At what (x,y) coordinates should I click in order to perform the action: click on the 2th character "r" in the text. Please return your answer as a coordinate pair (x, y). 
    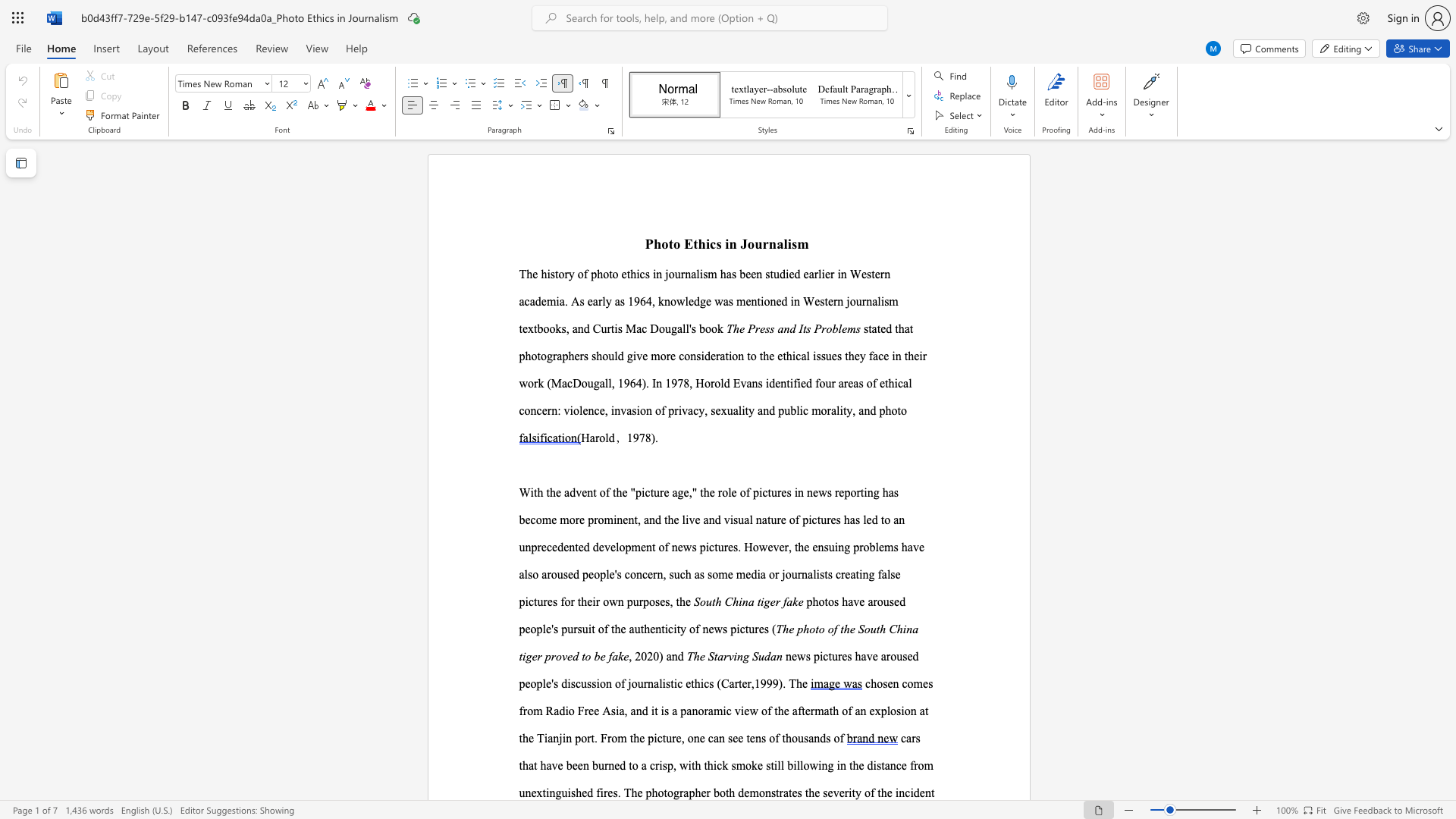
    Looking at the image, I should click on (708, 792).